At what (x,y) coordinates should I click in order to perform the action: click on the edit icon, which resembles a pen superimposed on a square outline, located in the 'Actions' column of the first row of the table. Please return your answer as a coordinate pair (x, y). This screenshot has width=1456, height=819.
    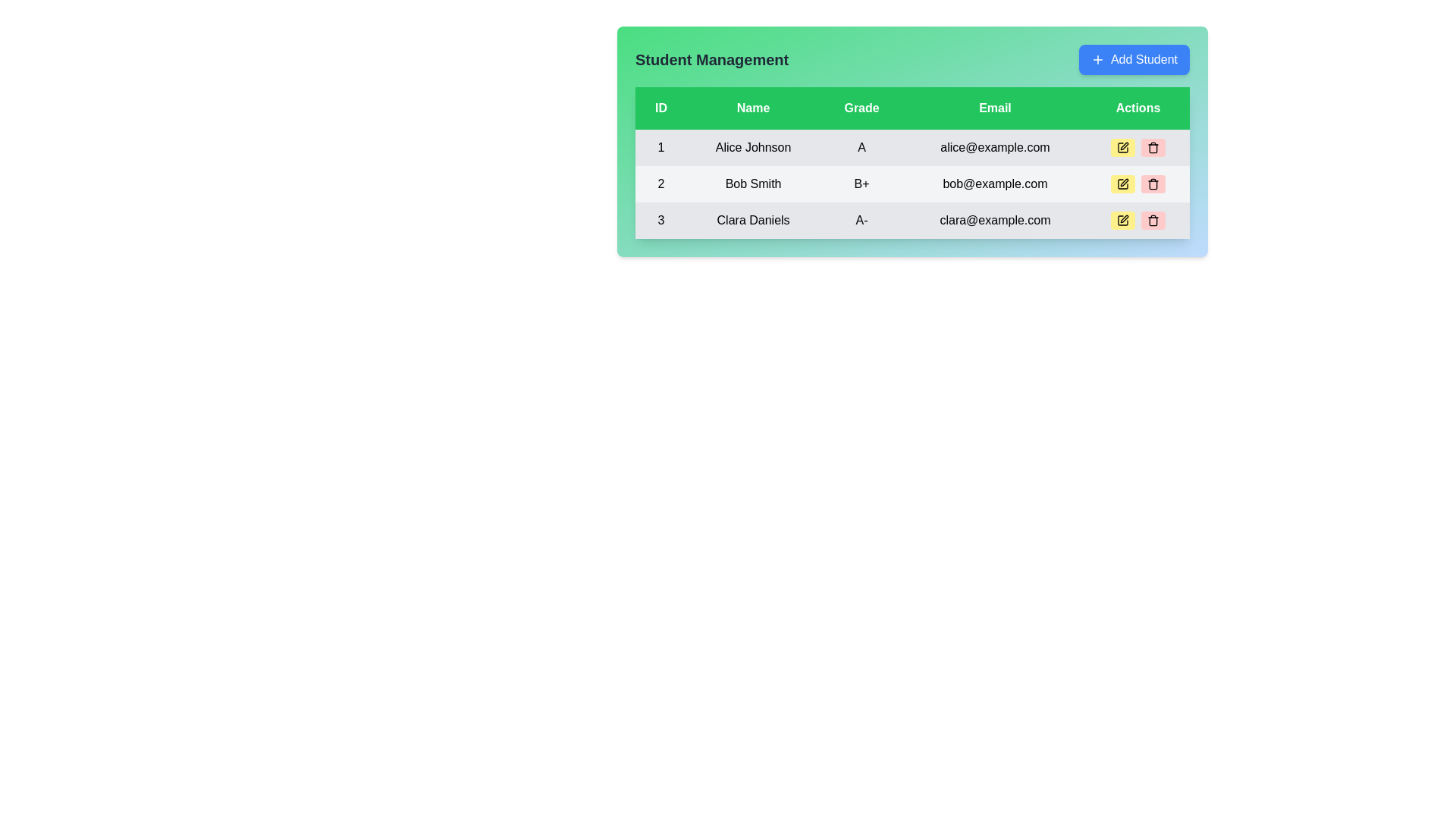
    Looking at the image, I should click on (1122, 148).